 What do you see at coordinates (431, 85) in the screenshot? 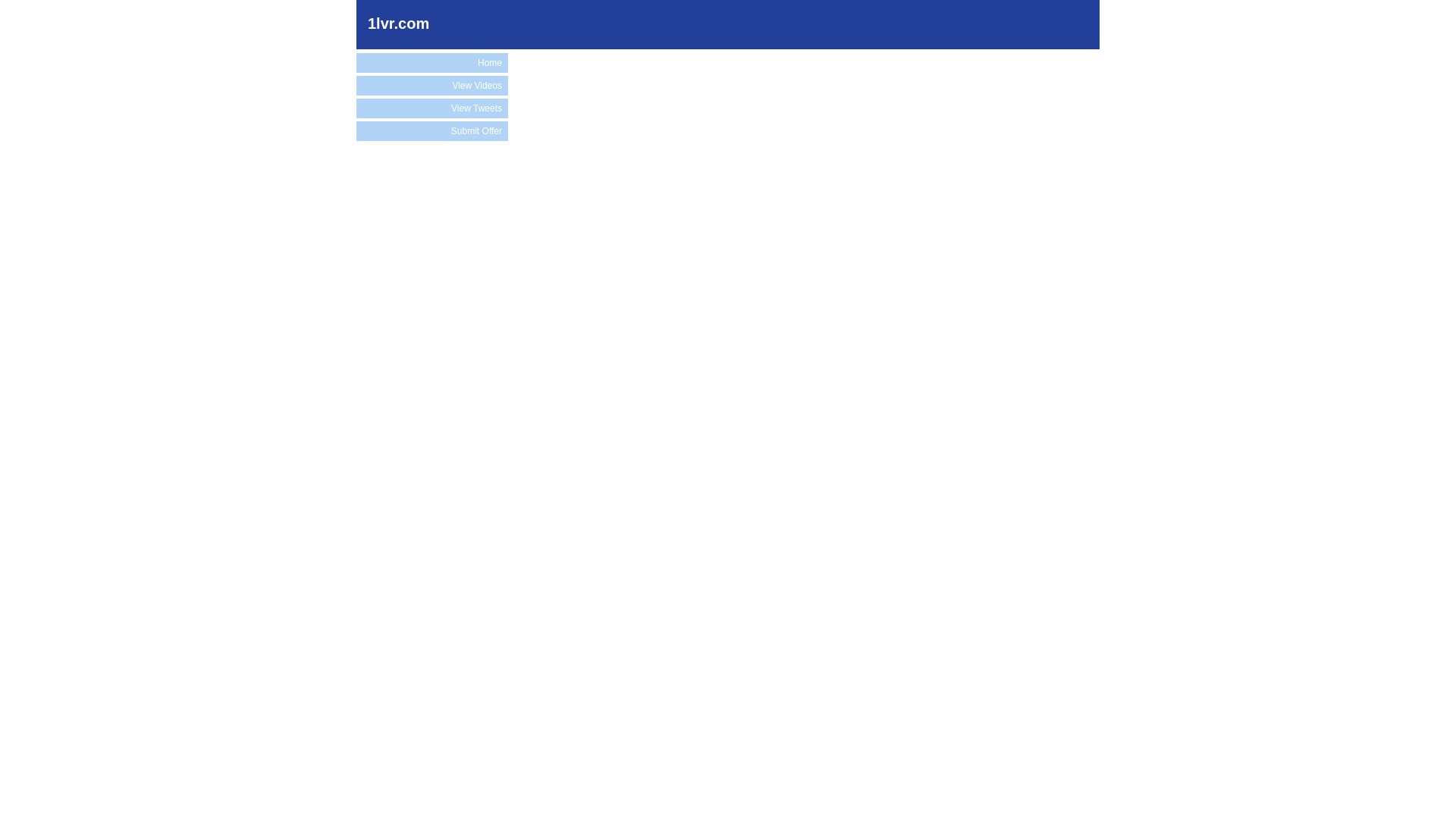
I see `'View Videos'` at bounding box center [431, 85].